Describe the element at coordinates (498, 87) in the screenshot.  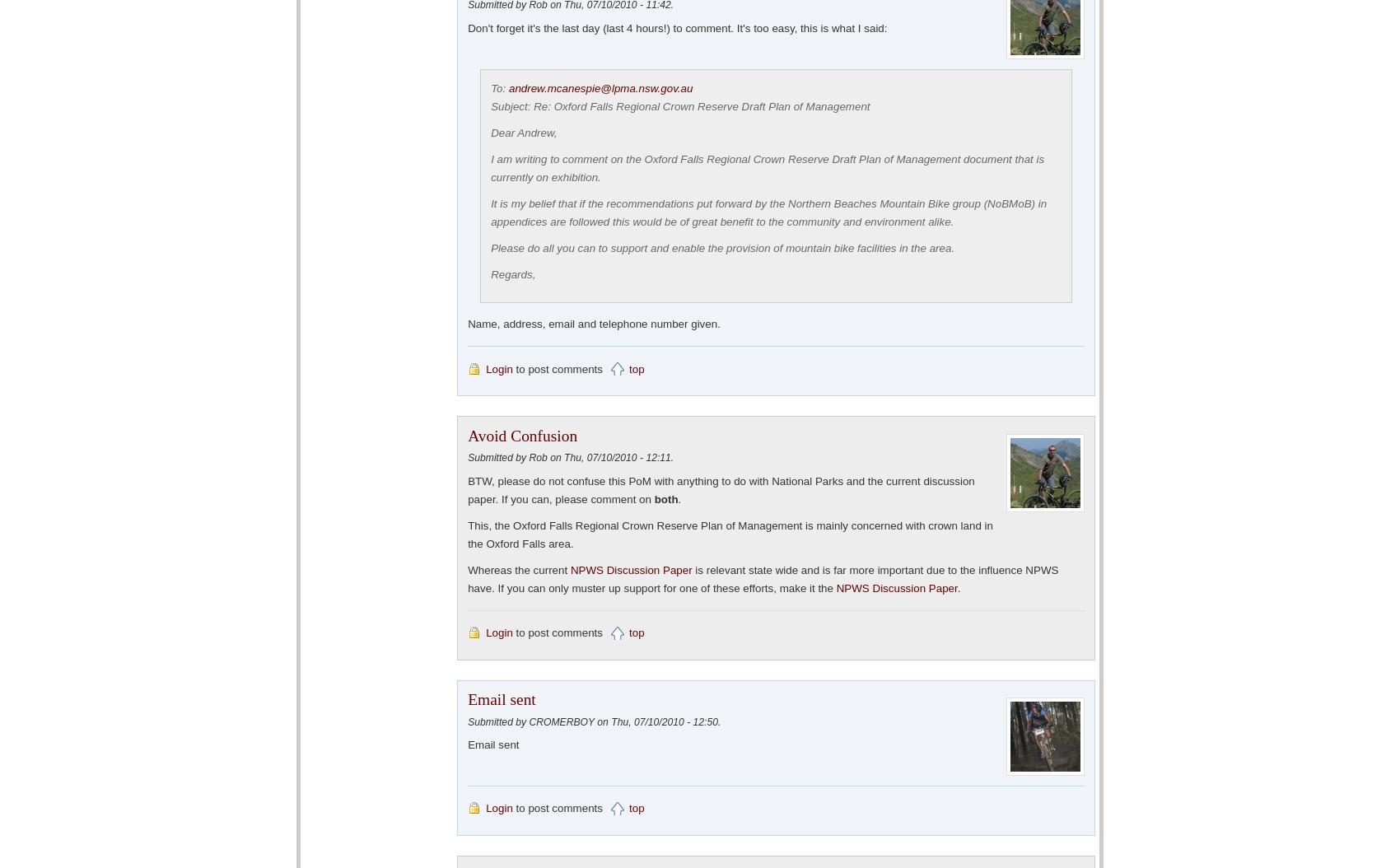
I see `'To:'` at that location.